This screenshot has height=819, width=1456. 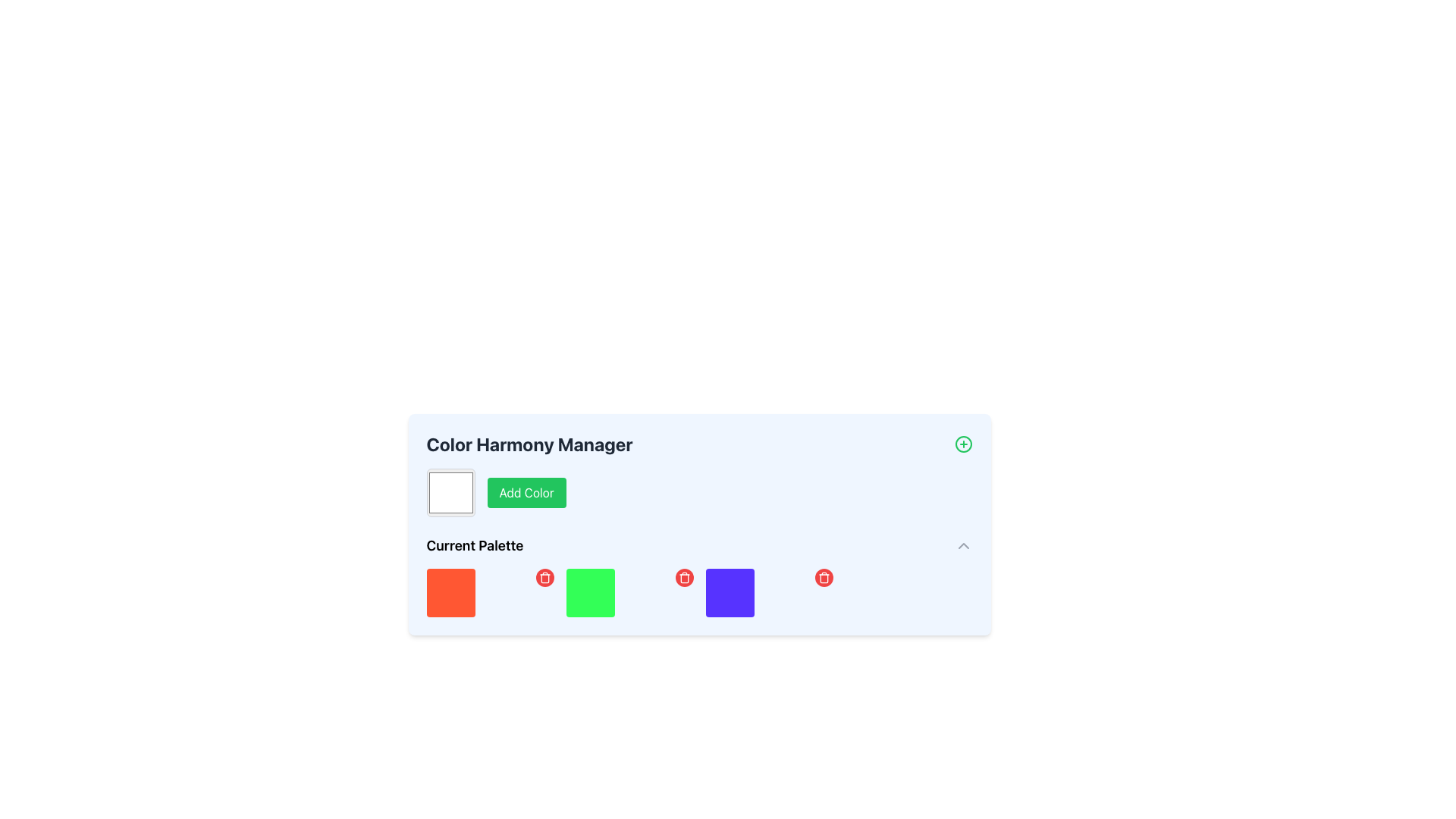 What do you see at coordinates (683, 578) in the screenshot?
I see `the red trash can icon button, which is the third delete icon from the left in the palette manager` at bounding box center [683, 578].